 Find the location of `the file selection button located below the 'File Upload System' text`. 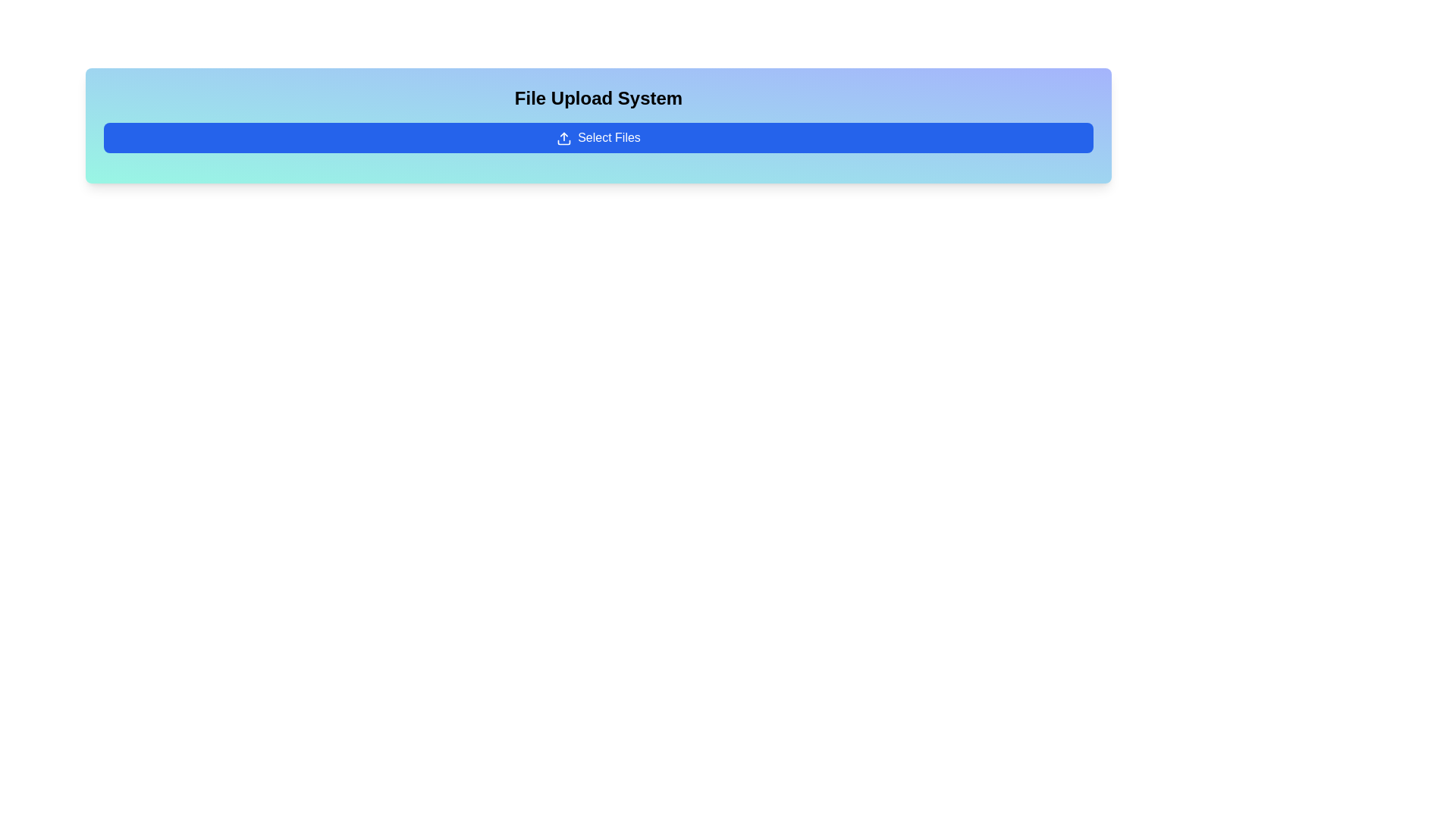

the file selection button located below the 'File Upload System' text is located at coordinates (598, 137).